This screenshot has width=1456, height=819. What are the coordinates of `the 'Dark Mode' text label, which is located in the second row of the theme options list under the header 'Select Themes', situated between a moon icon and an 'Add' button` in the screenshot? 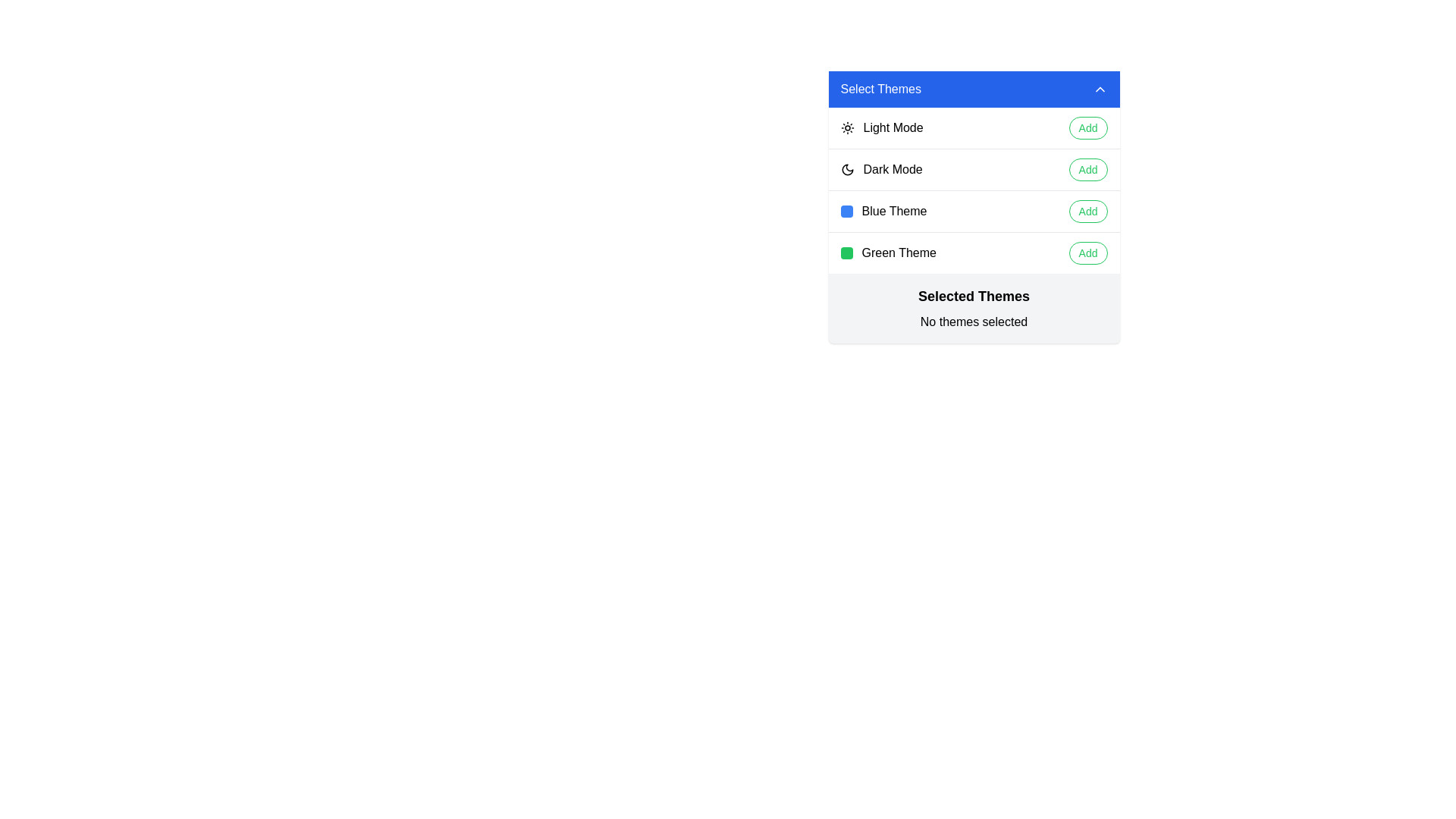 It's located at (893, 169).